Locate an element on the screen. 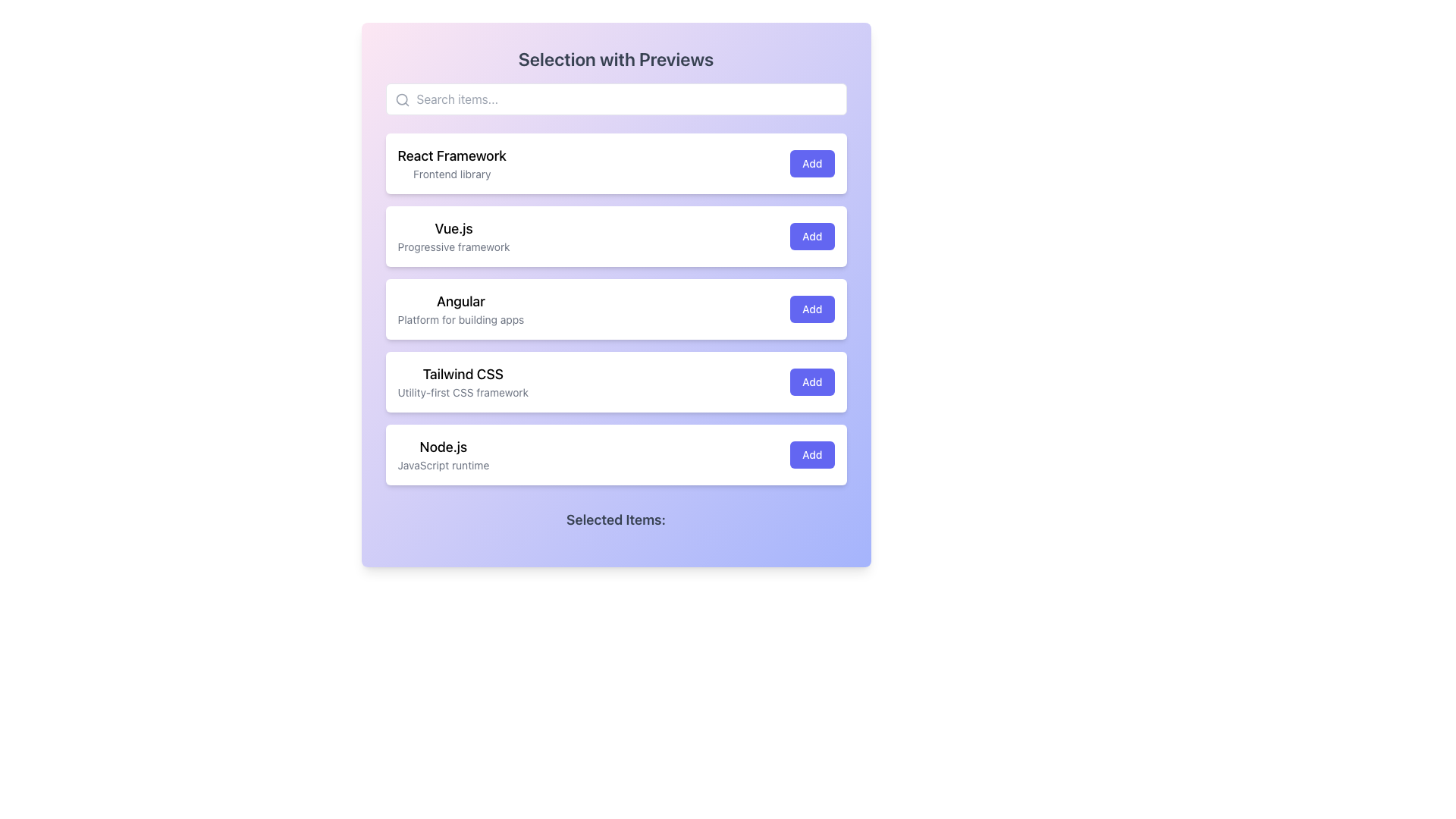  the descriptive text label located beneath the 'React Framework' entry in the list-like interface is located at coordinates (451, 174).